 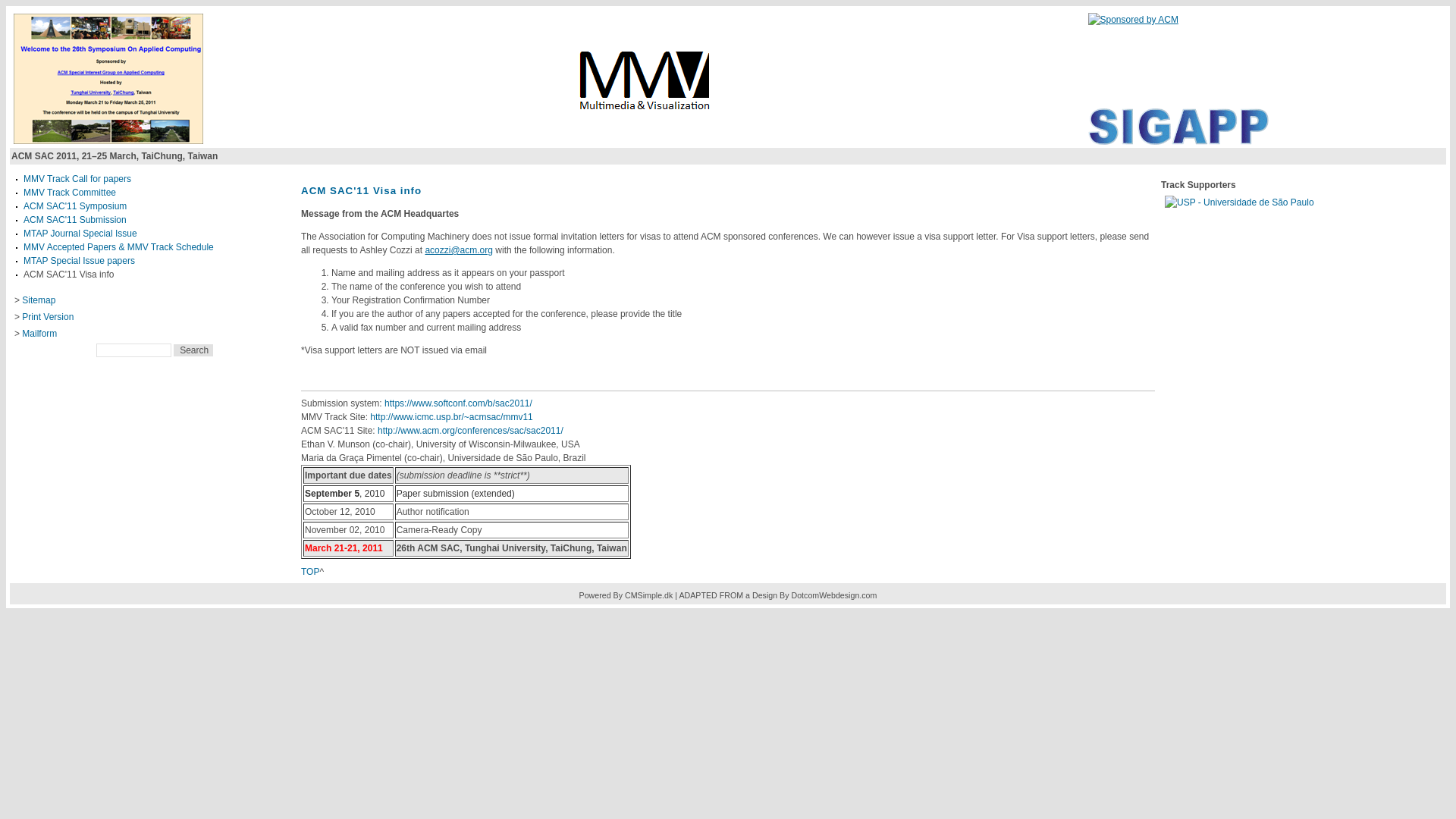 I want to click on 'Powered By CMSimple.dk', so click(x=626, y=595).